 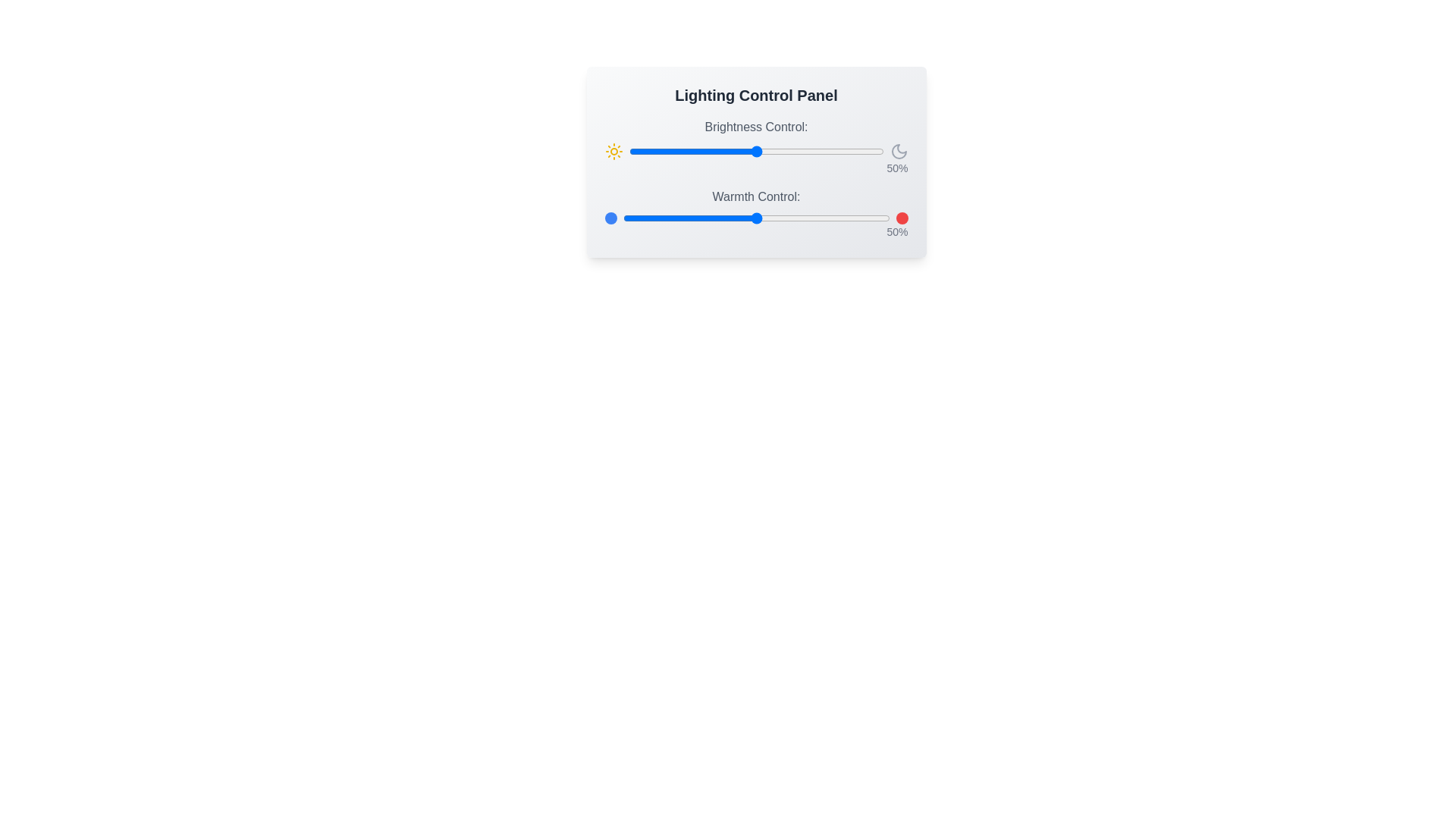 What do you see at coordinates (728, 152) in the screenshot?
I see `brightness` at bounding box center [728, 152].